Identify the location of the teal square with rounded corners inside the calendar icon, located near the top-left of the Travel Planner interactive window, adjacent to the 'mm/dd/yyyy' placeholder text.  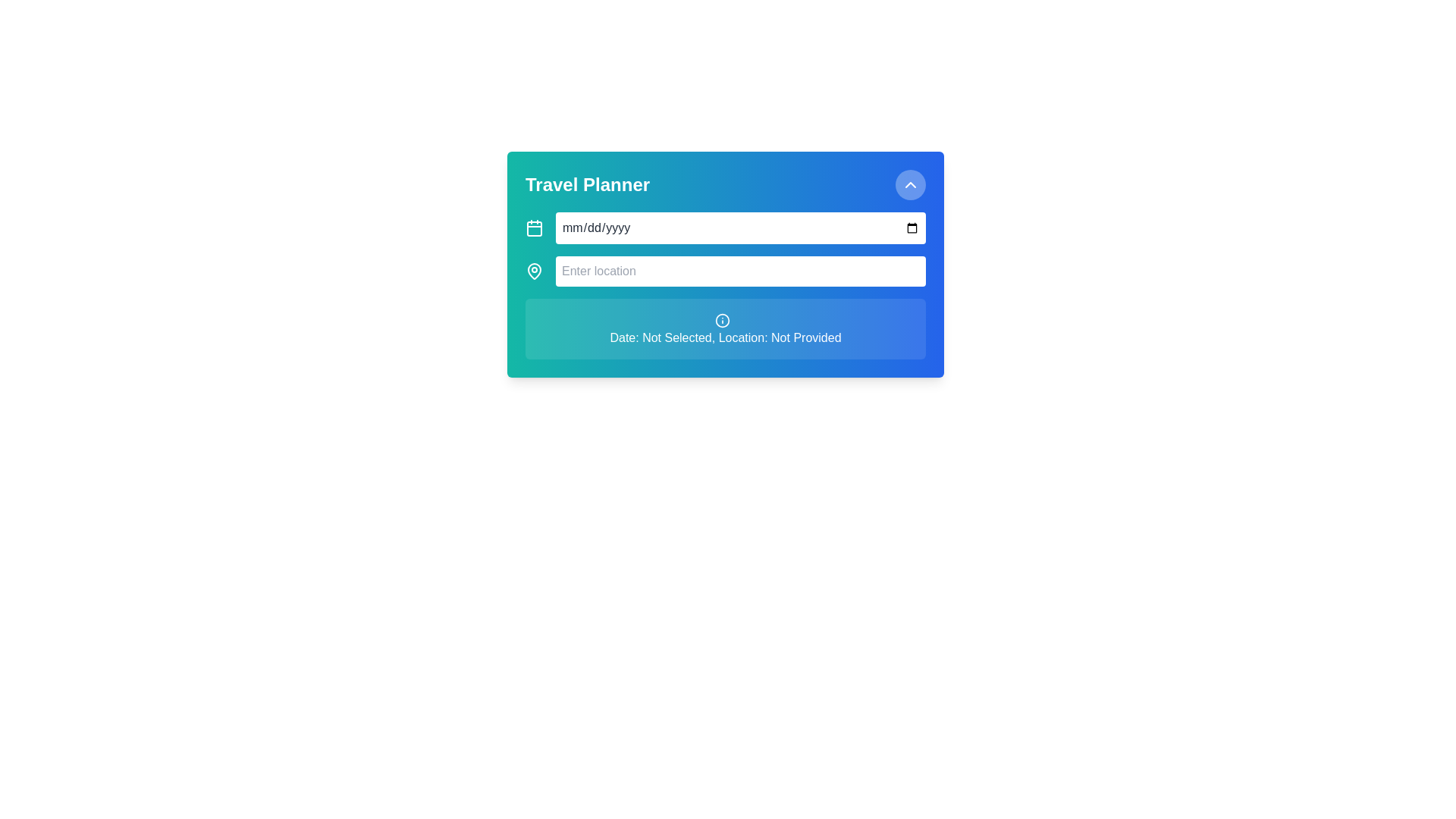
(535, 228).